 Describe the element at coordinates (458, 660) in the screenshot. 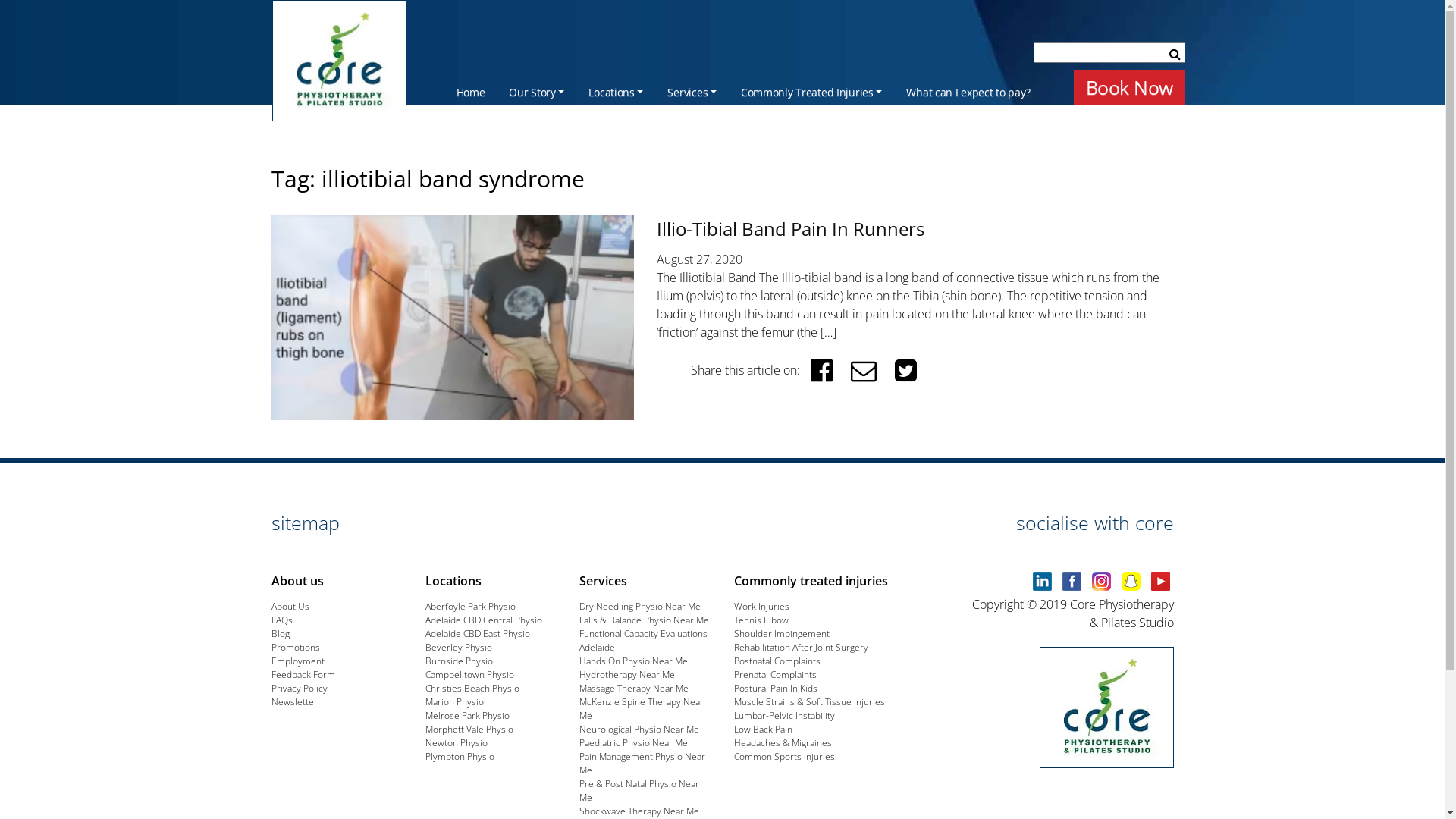

I see `'Burnside Physio'` at that location.